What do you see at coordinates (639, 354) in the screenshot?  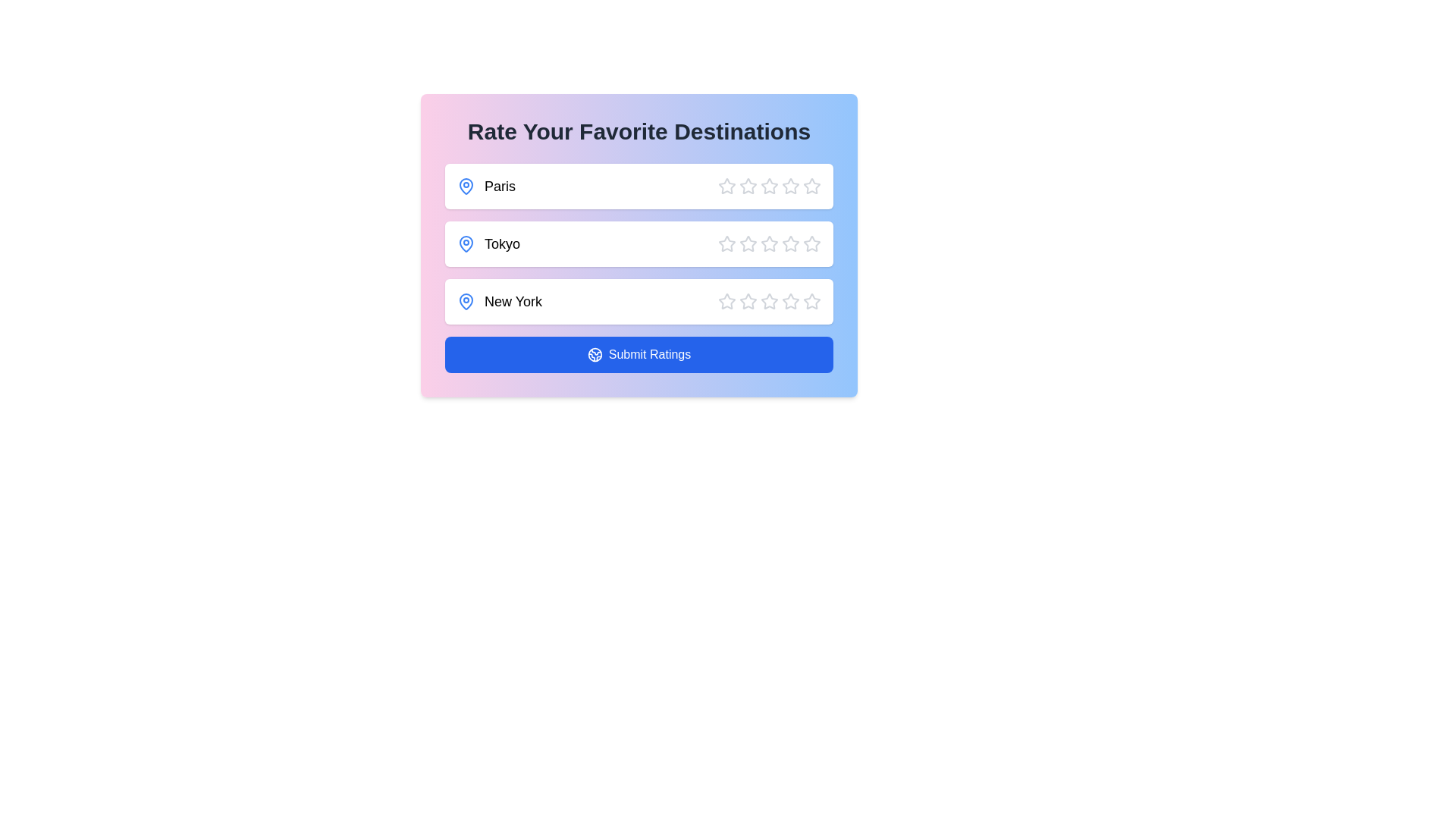 I see `the 'Submit Ratings' button to submit the ratings` at bounding box center [639, 354].